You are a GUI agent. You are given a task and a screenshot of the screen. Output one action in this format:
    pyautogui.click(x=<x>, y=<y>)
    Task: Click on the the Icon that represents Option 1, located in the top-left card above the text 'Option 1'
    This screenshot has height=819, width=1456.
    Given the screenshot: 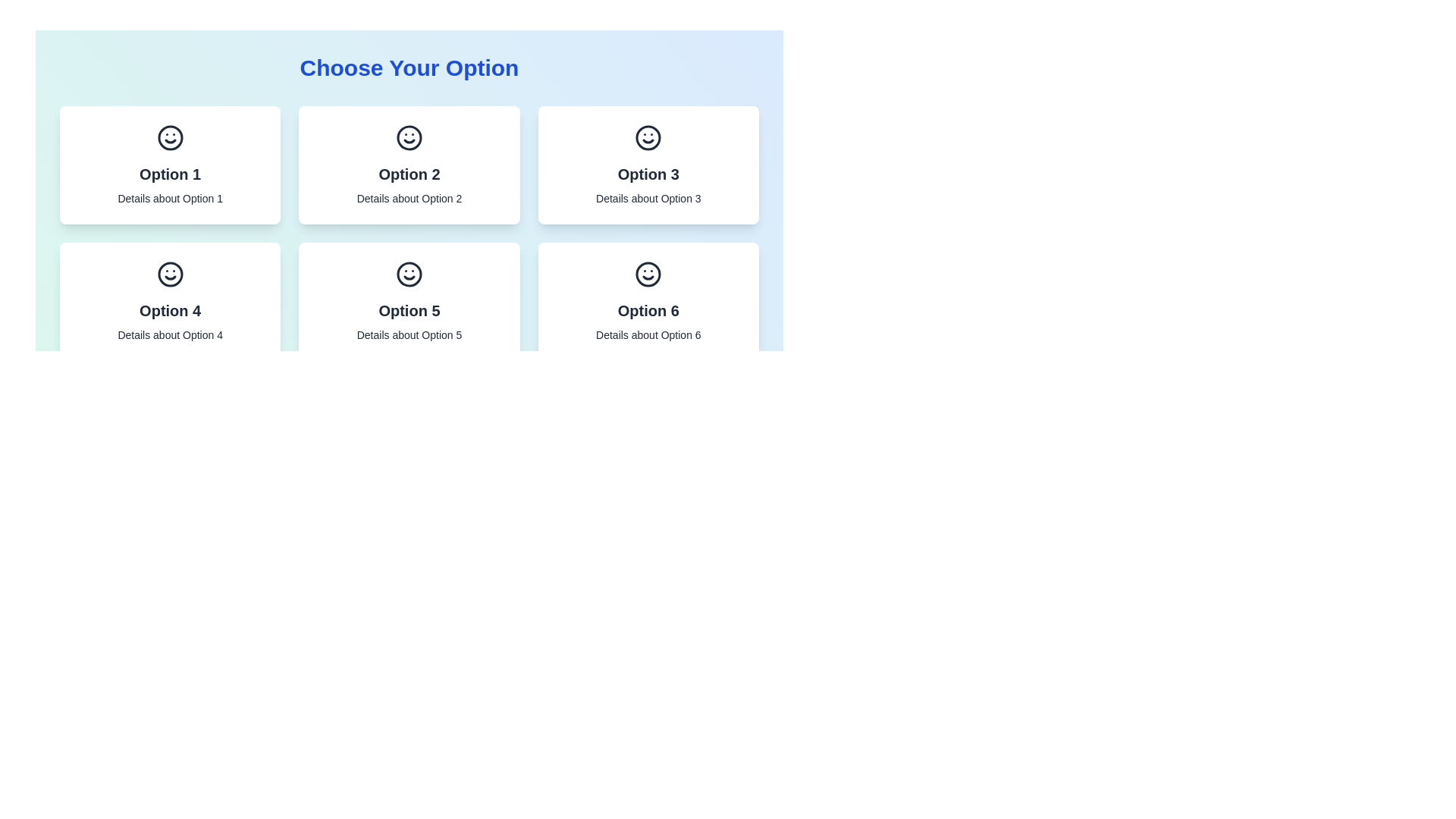 What is the action you would take?
    pyautogui.click(x=170, y=137)
    